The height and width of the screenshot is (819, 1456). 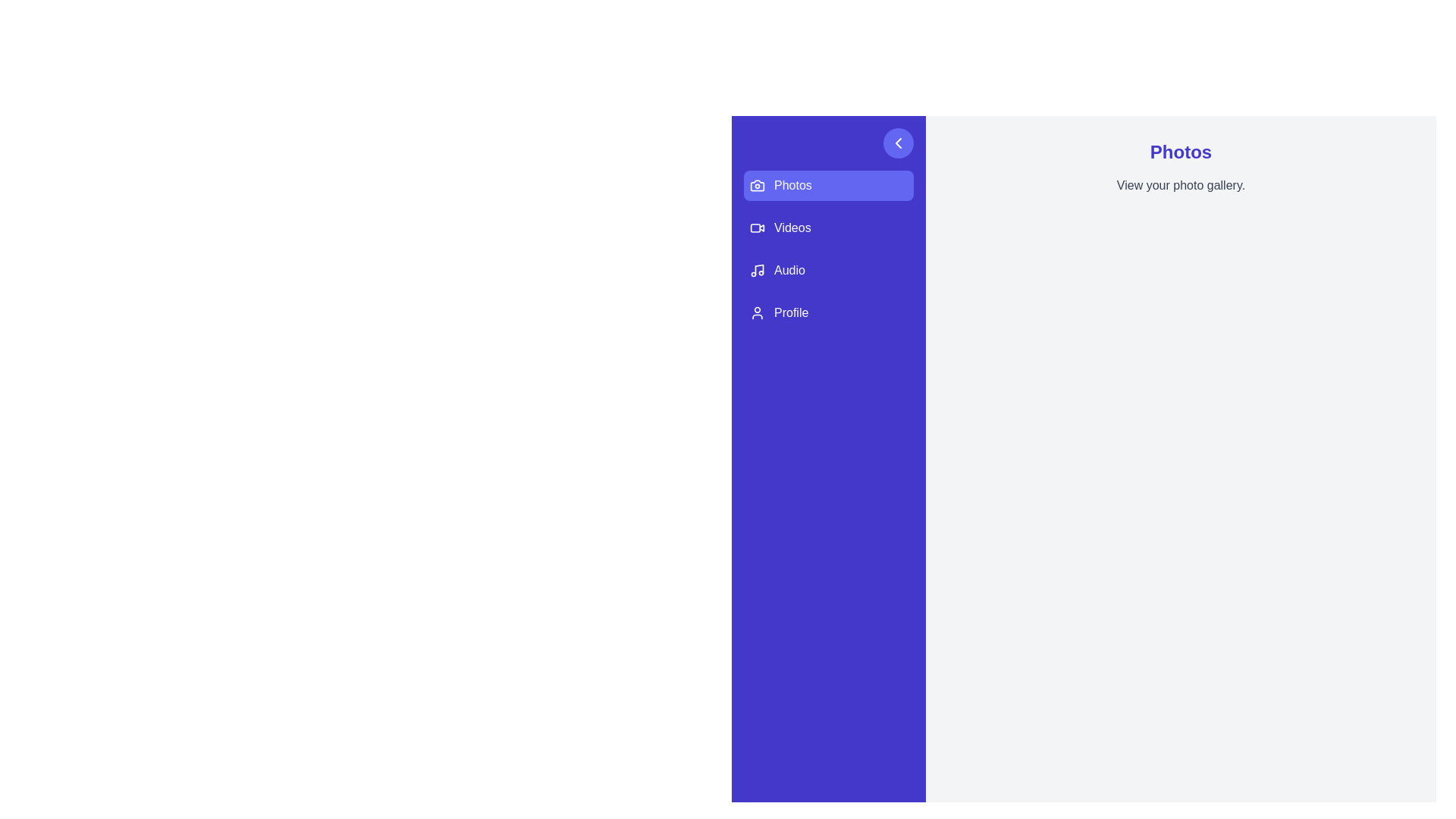 What do you see at coordinates (755, 227) in the screenshot?
I see `the rounded rectangle icon representing 'Videos' in the left-hand navigation menu` at bounding box center [755, 227].